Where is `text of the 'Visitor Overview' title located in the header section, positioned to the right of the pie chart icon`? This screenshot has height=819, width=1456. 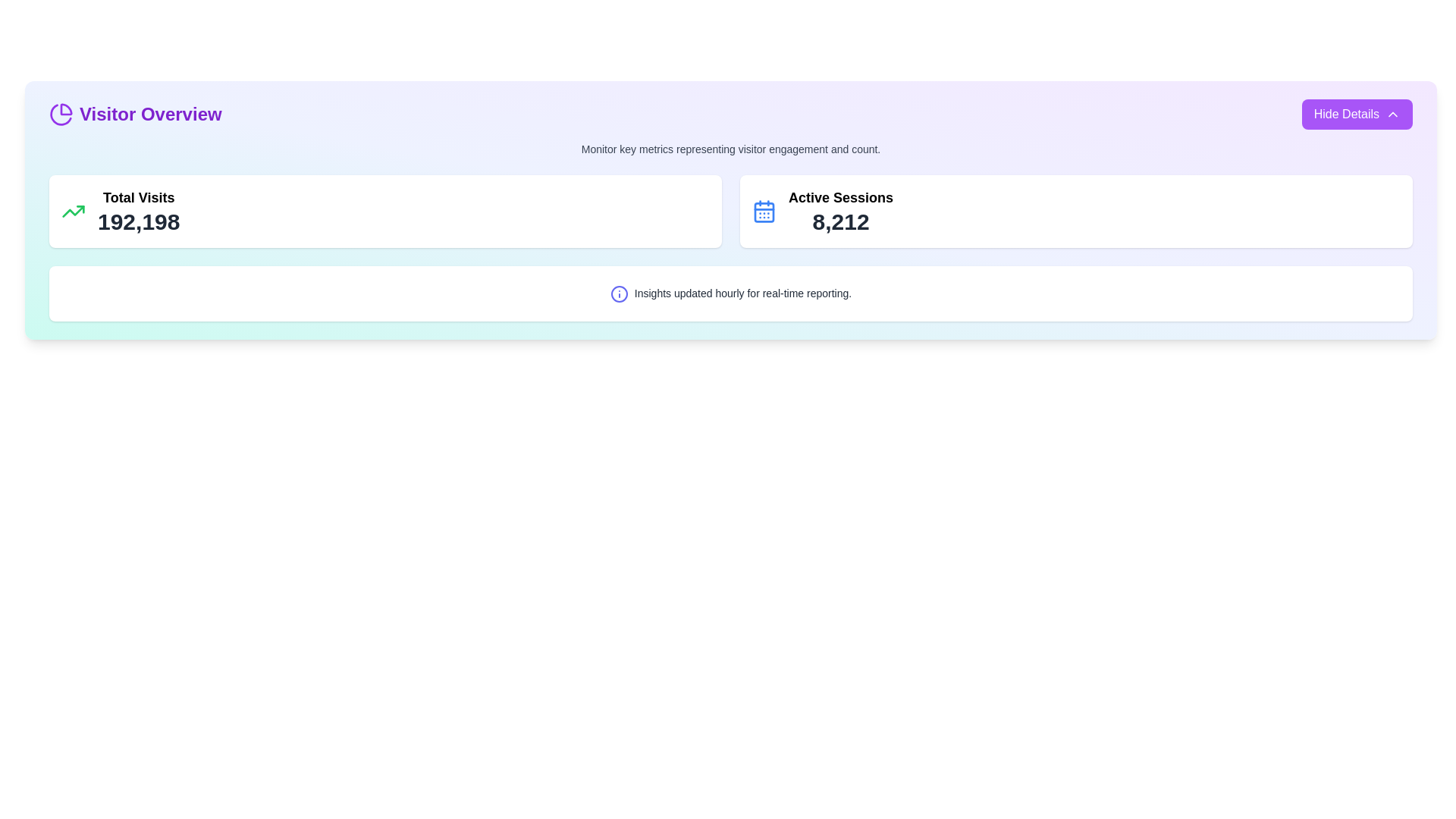
text of the 'Visitor Overview' title located in the header section, positioned to the right of the pie chart icon is located at coordinates (150, 113).